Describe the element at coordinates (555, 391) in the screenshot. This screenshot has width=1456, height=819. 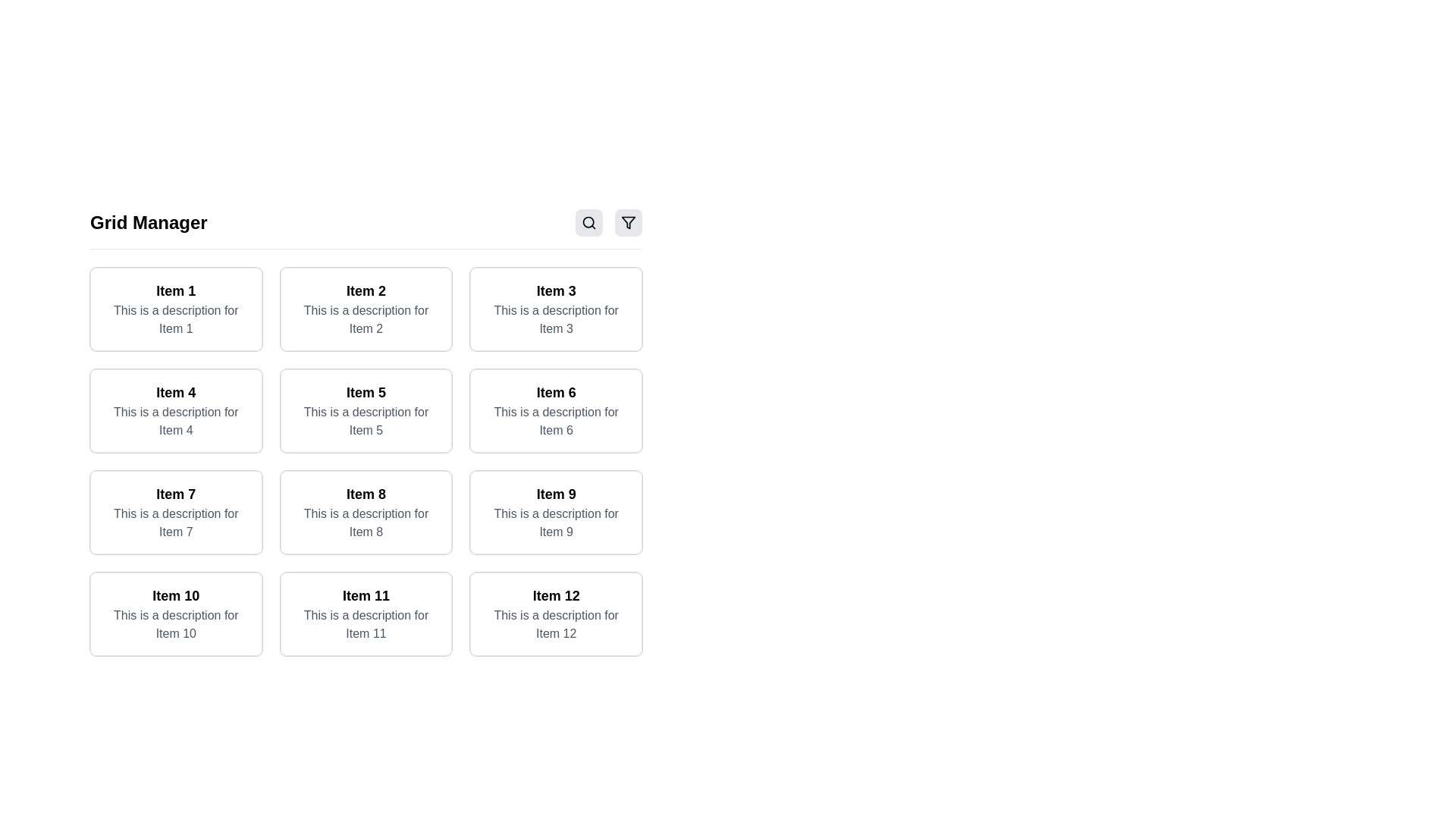
I see `text of the Text Label that serves as the title for the card located in the second row and third column of the grid layout` at that location.